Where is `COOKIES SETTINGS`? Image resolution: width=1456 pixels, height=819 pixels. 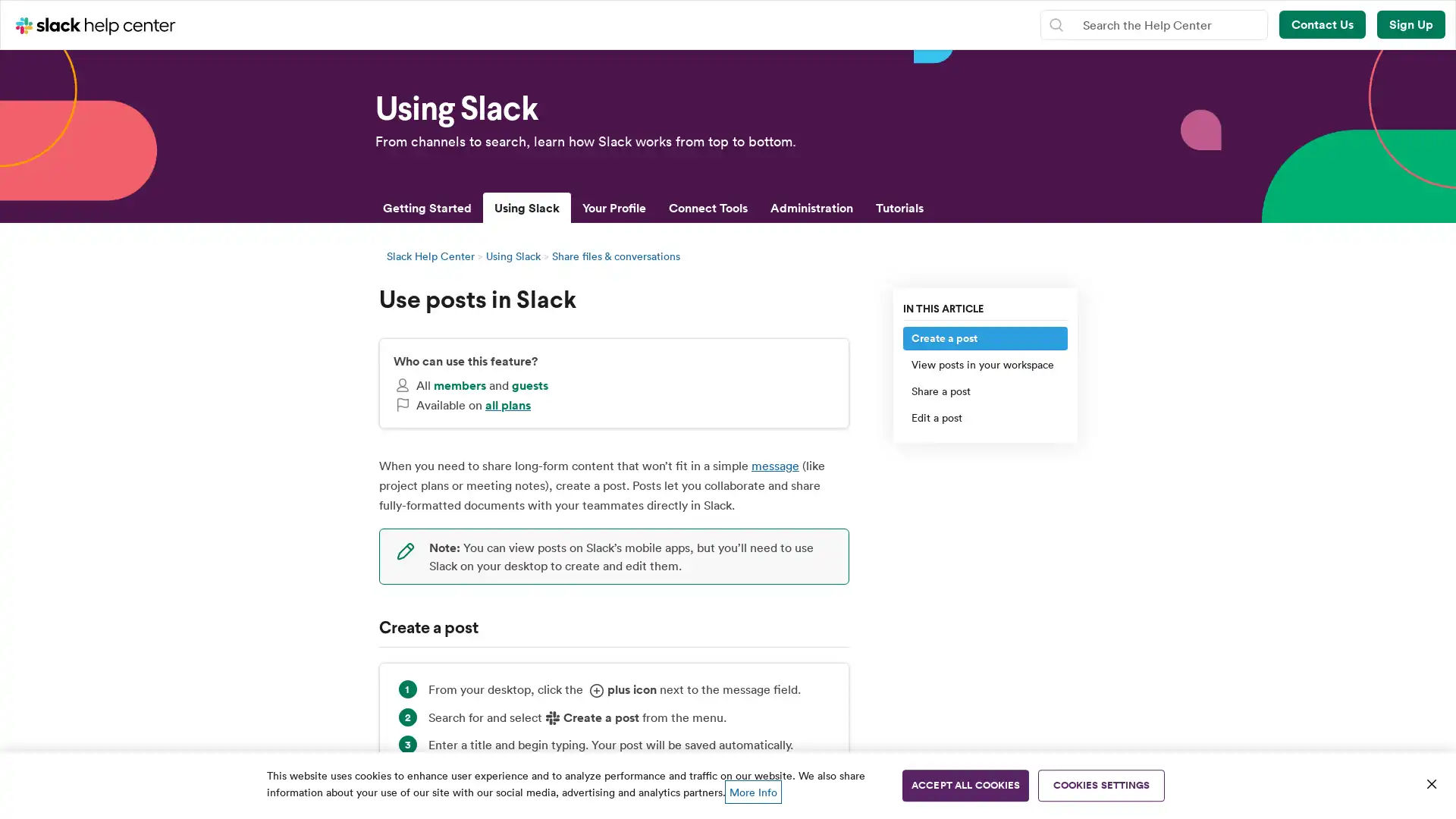
COOKIES SETTINGS is located at coordinates (1101, 785).